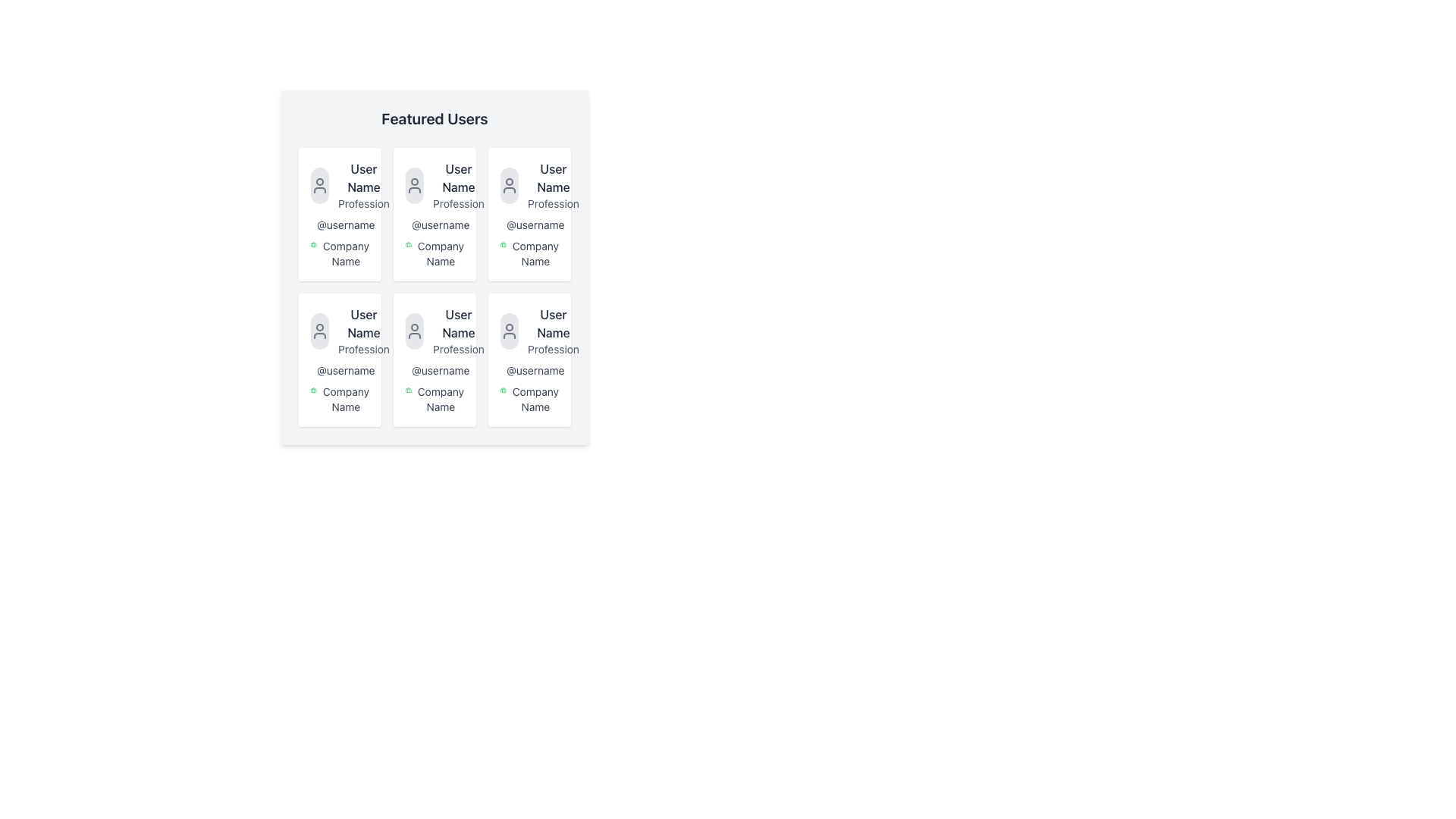 The width and height of the screenshot is (1456, 819). What do you see at coordinates (535, 225) in the screenshot?
I see `the text label displaying '@username' which is located in the third card under the 'Featured Users' header, positioned below the 'User Name' label and above the 'Company Name' label` at bounding box center [535, 225].